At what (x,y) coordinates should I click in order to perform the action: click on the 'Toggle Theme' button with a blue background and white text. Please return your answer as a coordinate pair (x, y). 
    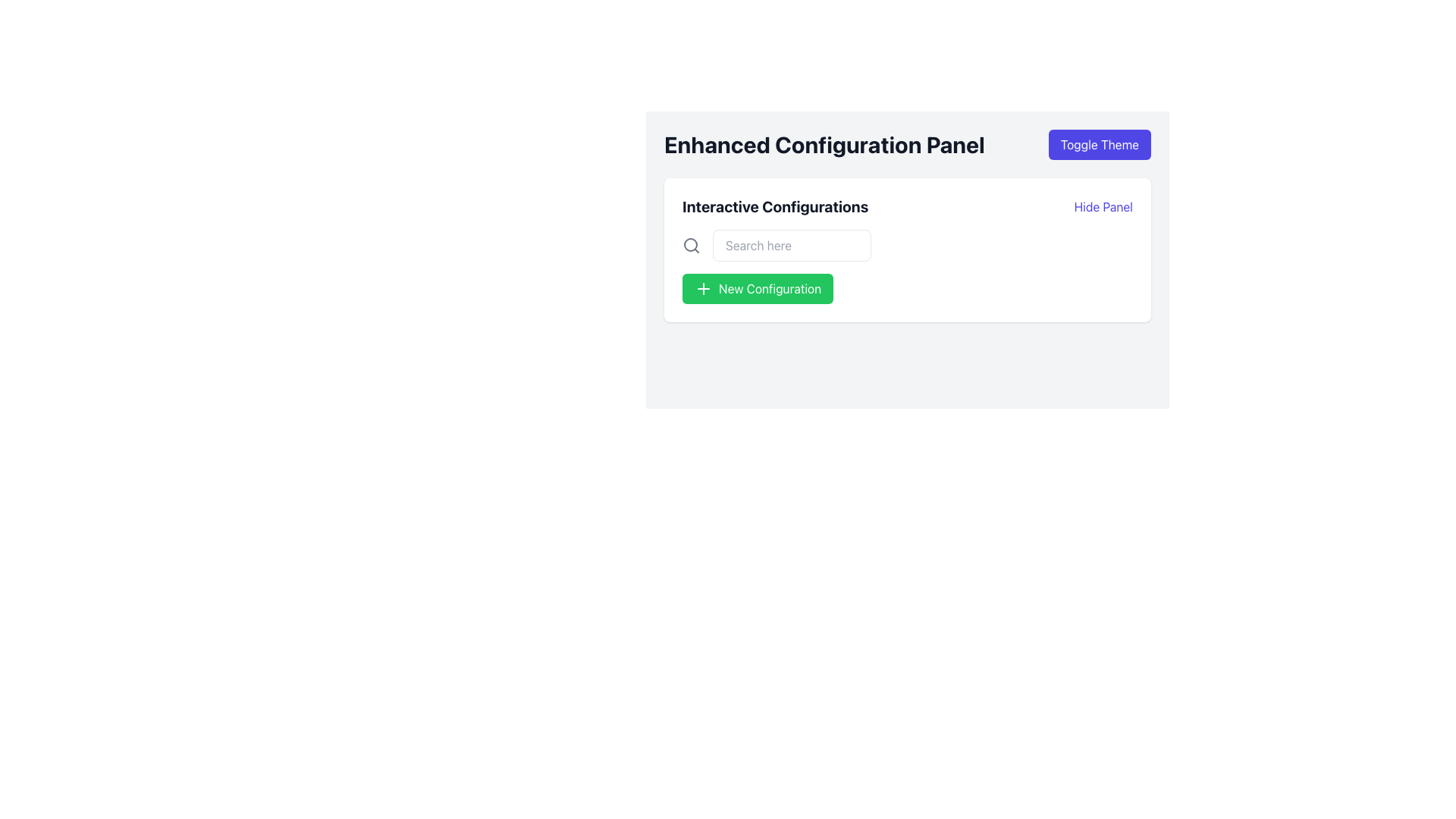
    Looking at the image, I should click on (1100, 145).